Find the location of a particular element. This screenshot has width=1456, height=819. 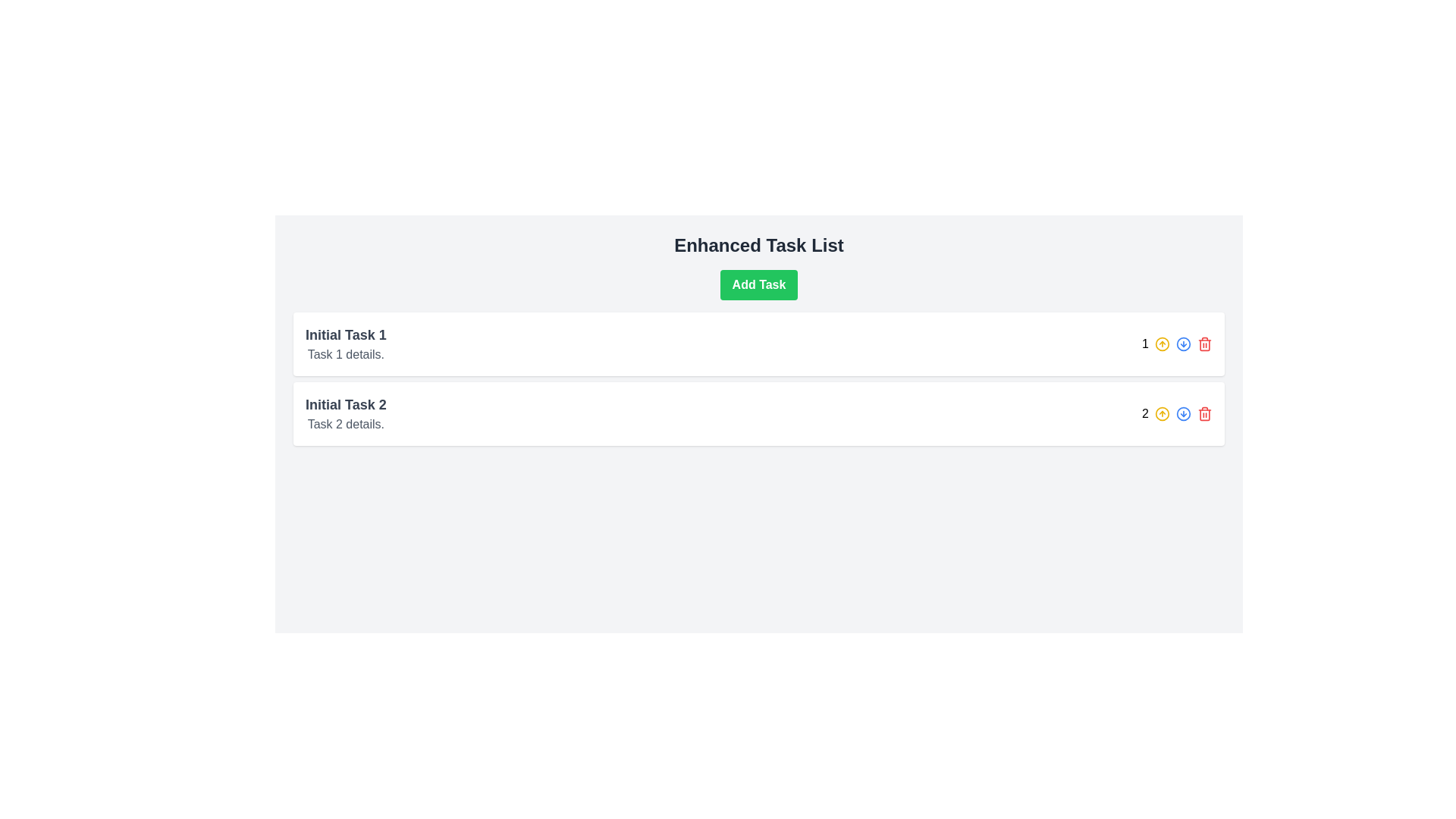

the red trash can icon is located at coordinates (1203, 344).